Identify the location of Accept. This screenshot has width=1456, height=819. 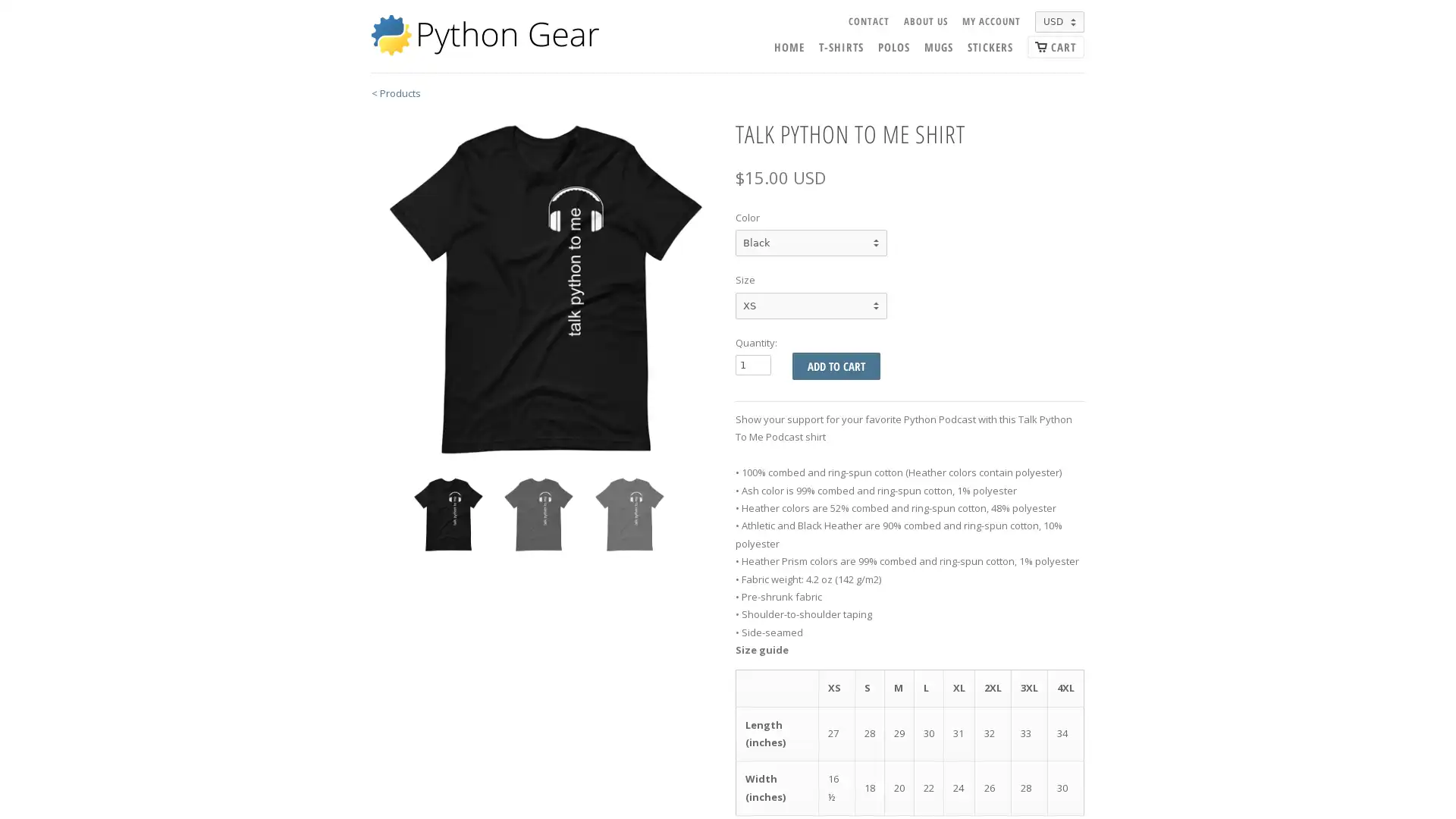
(1380, 792).